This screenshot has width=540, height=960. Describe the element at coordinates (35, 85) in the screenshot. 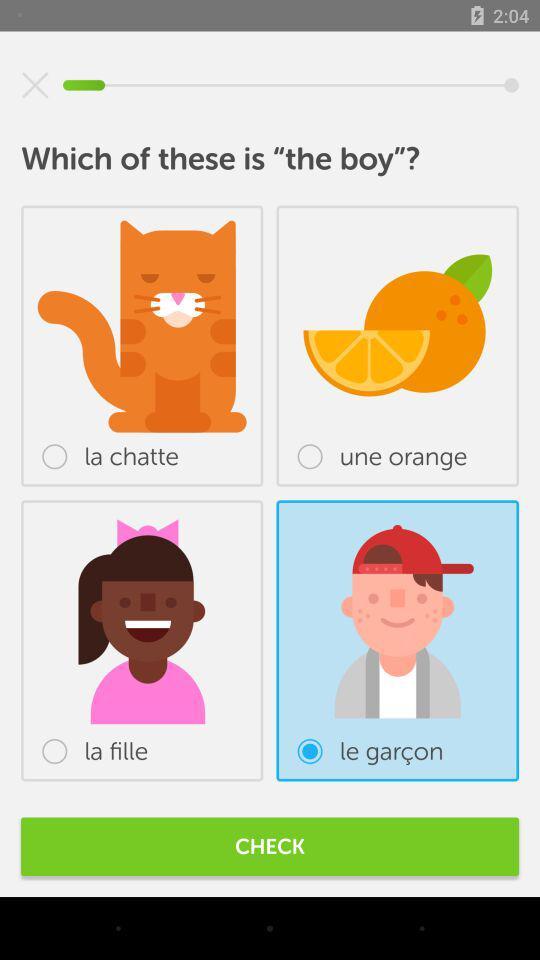

I see `the star icon` at that location.